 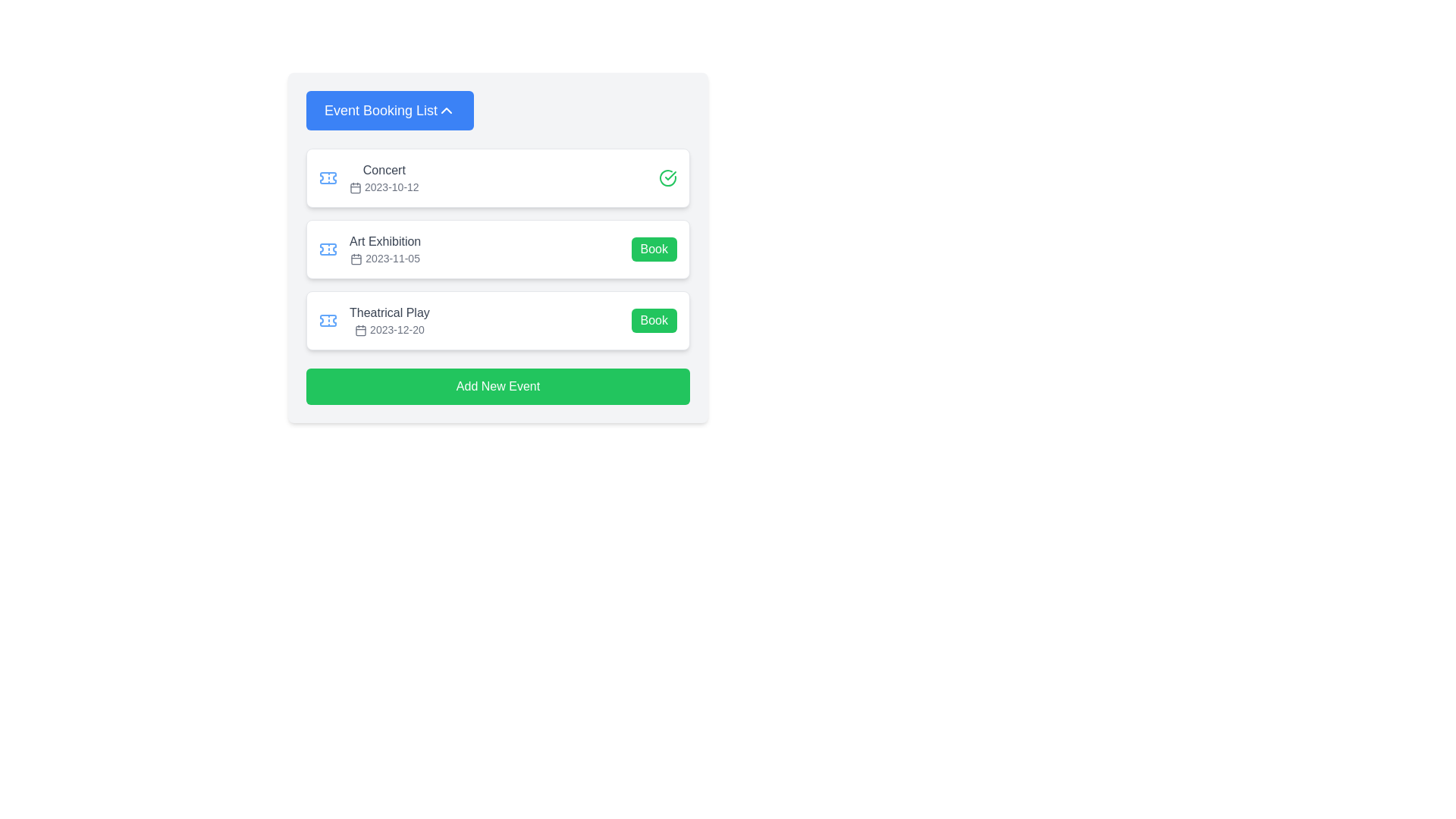 What do you see at coordinates (667, 177) in the screenshot?
I see `the green checkmark SVG icon located to the right of the text 'Concert' in the top entry of listed events, indicating a confirmation or success state` at bounding box center [667, 177].